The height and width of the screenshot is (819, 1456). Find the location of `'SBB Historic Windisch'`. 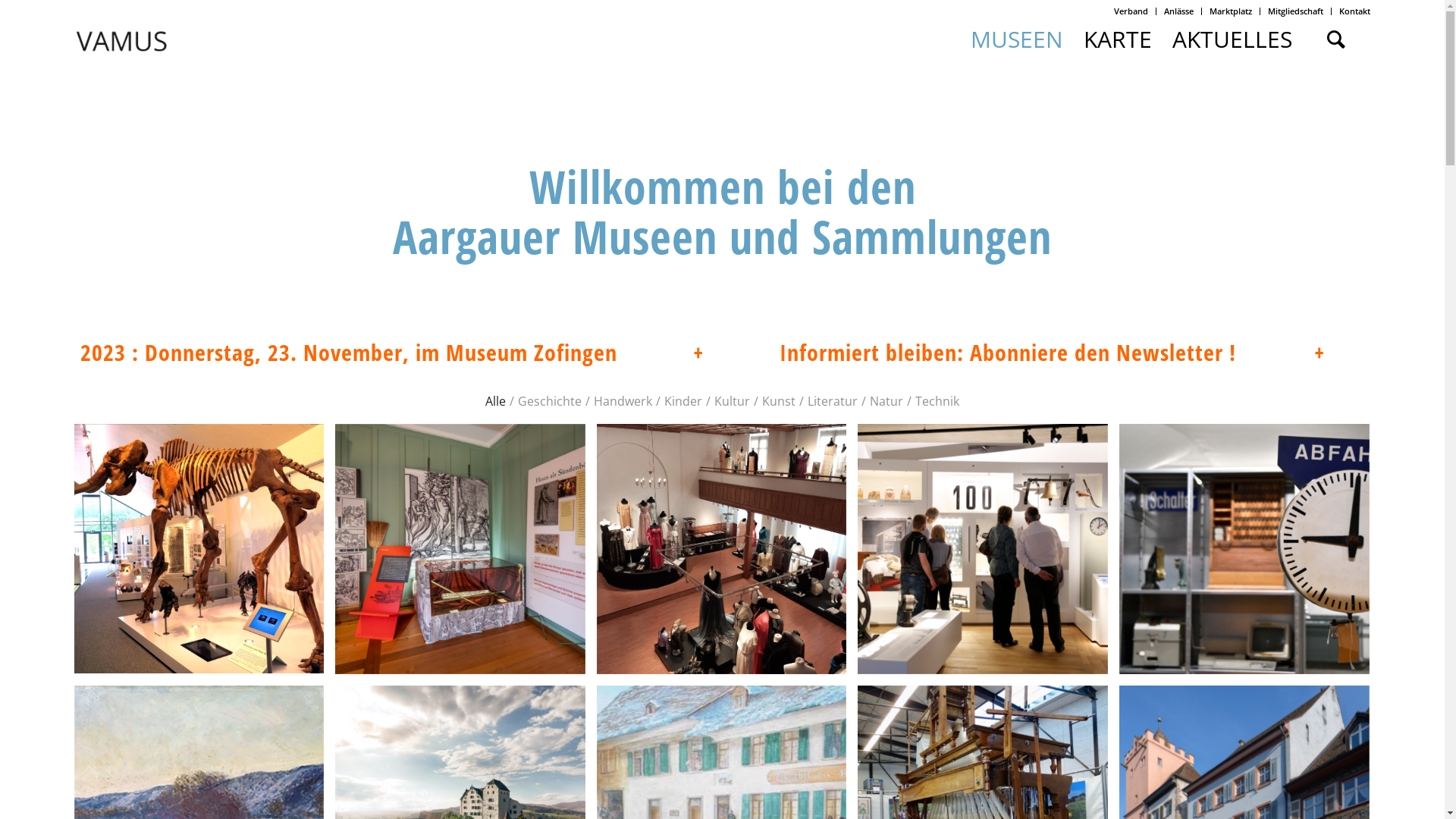

'SBB Historic Windisch' is located at coordinates (1119, 554).